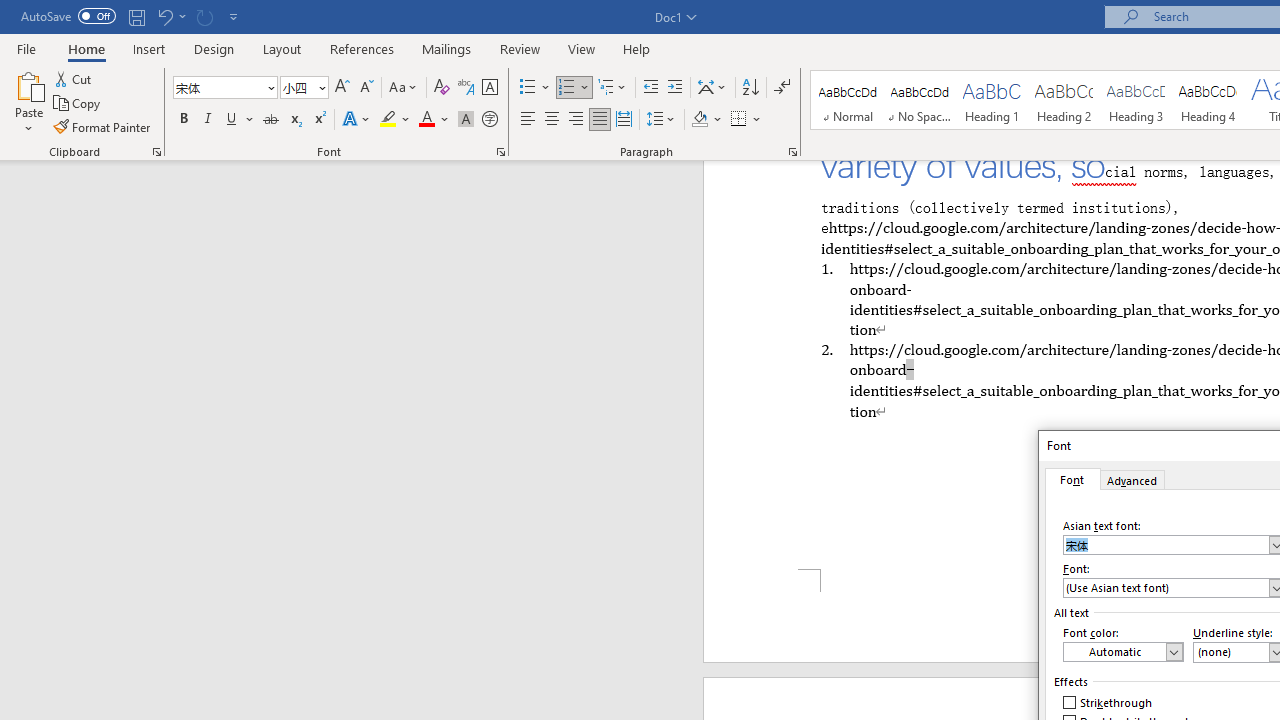  What do you see at coordinates (552, 119) in the screenshot?
I see `'Center'` at bounding box center [552, 119].